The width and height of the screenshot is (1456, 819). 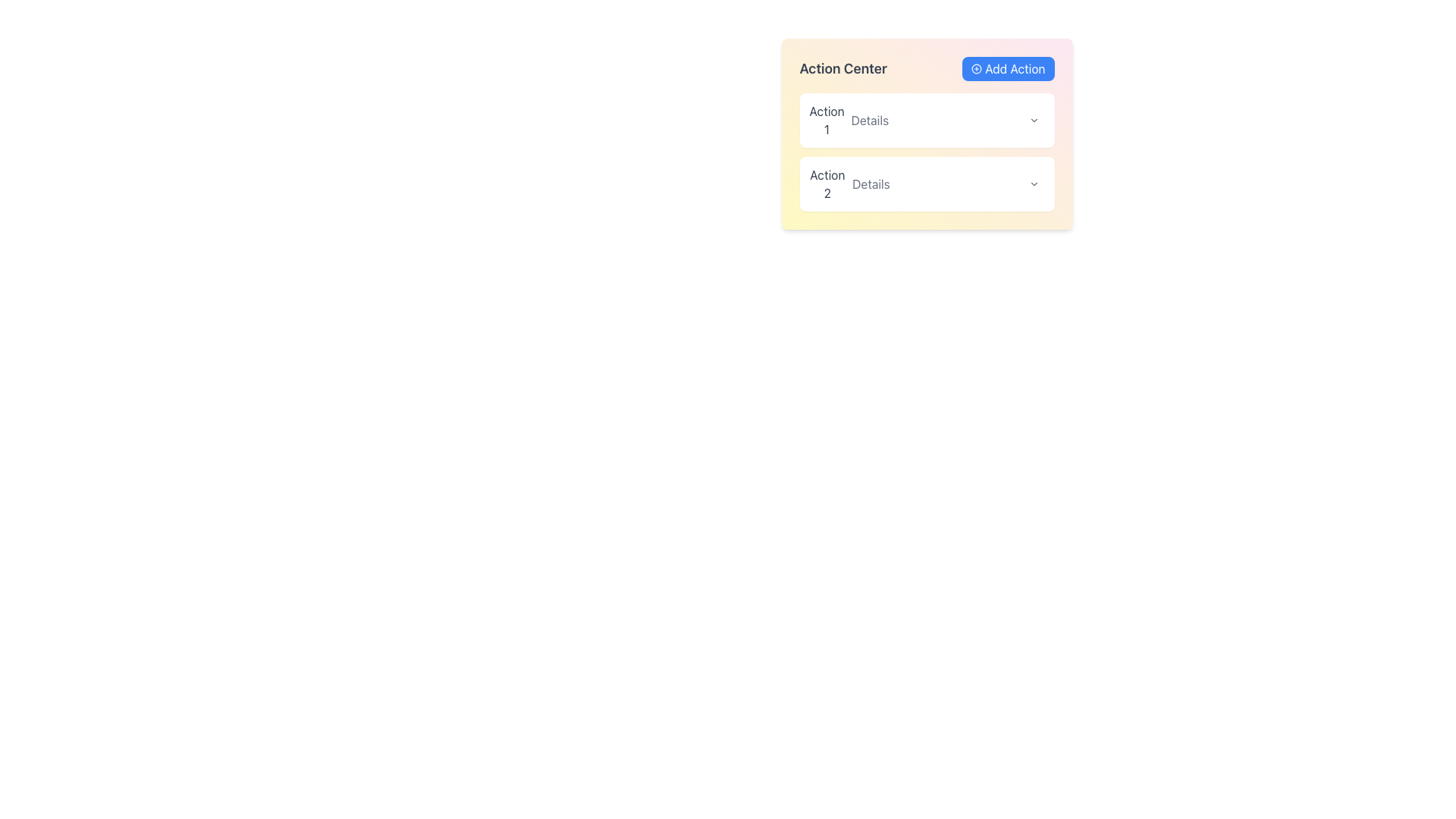 I want to click on the 'Add Action' button, so click(x=1008, y=69).